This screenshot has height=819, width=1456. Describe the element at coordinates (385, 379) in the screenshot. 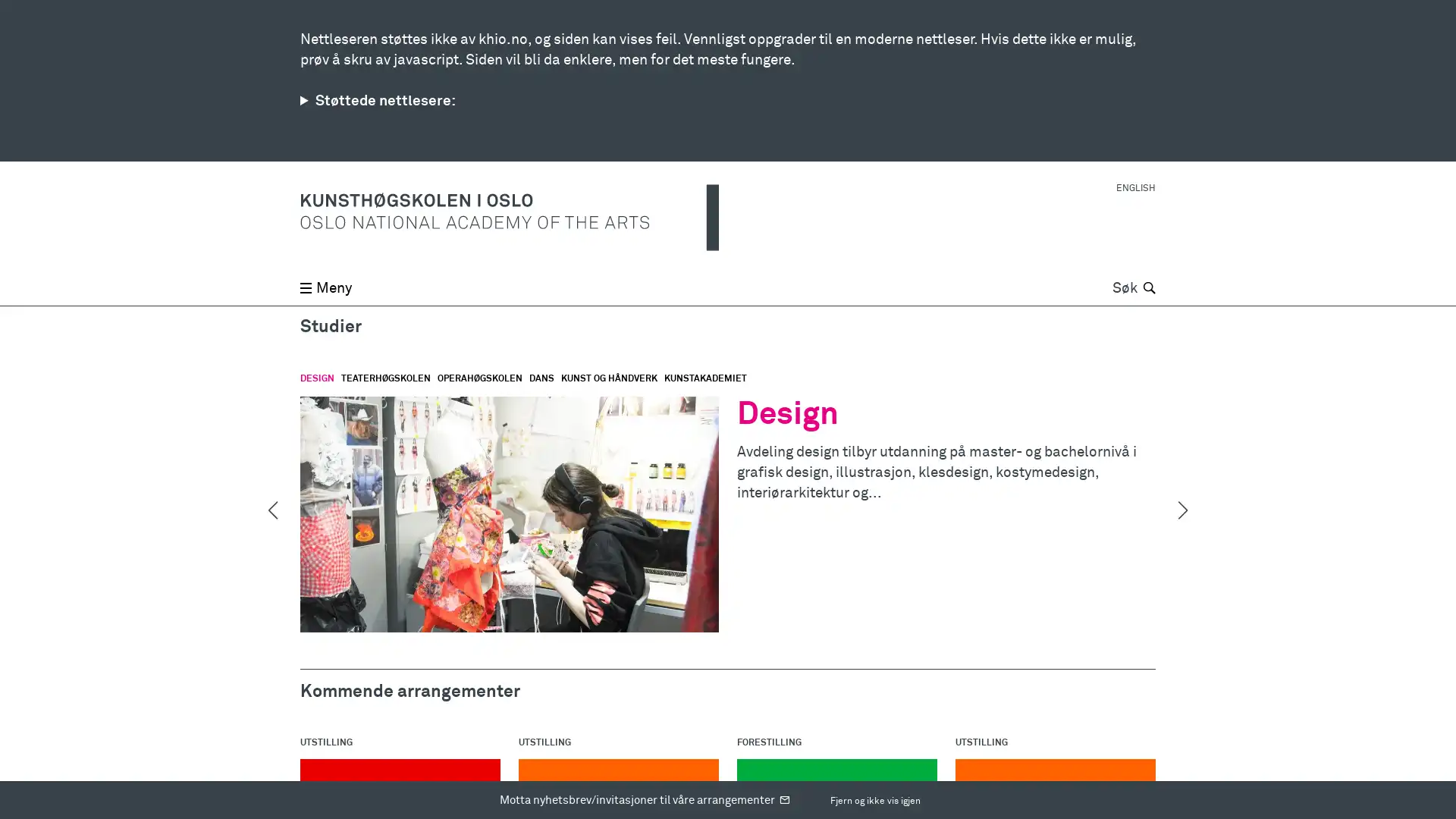

I see `TEATERHGSKOLEN` at that location.